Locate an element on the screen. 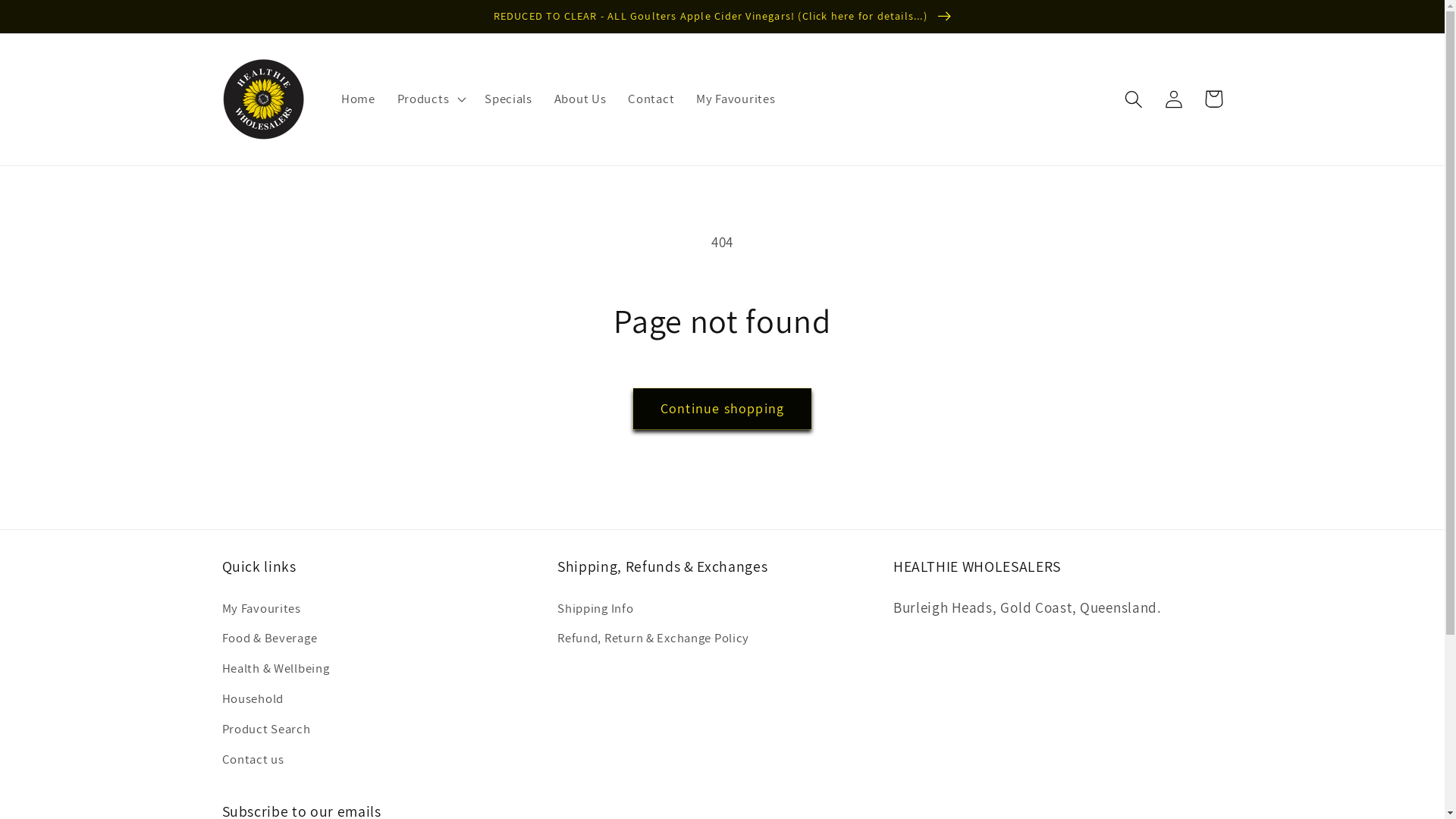  'Refund, Return & Exchange Policy' is located at coordinates (653, 638).